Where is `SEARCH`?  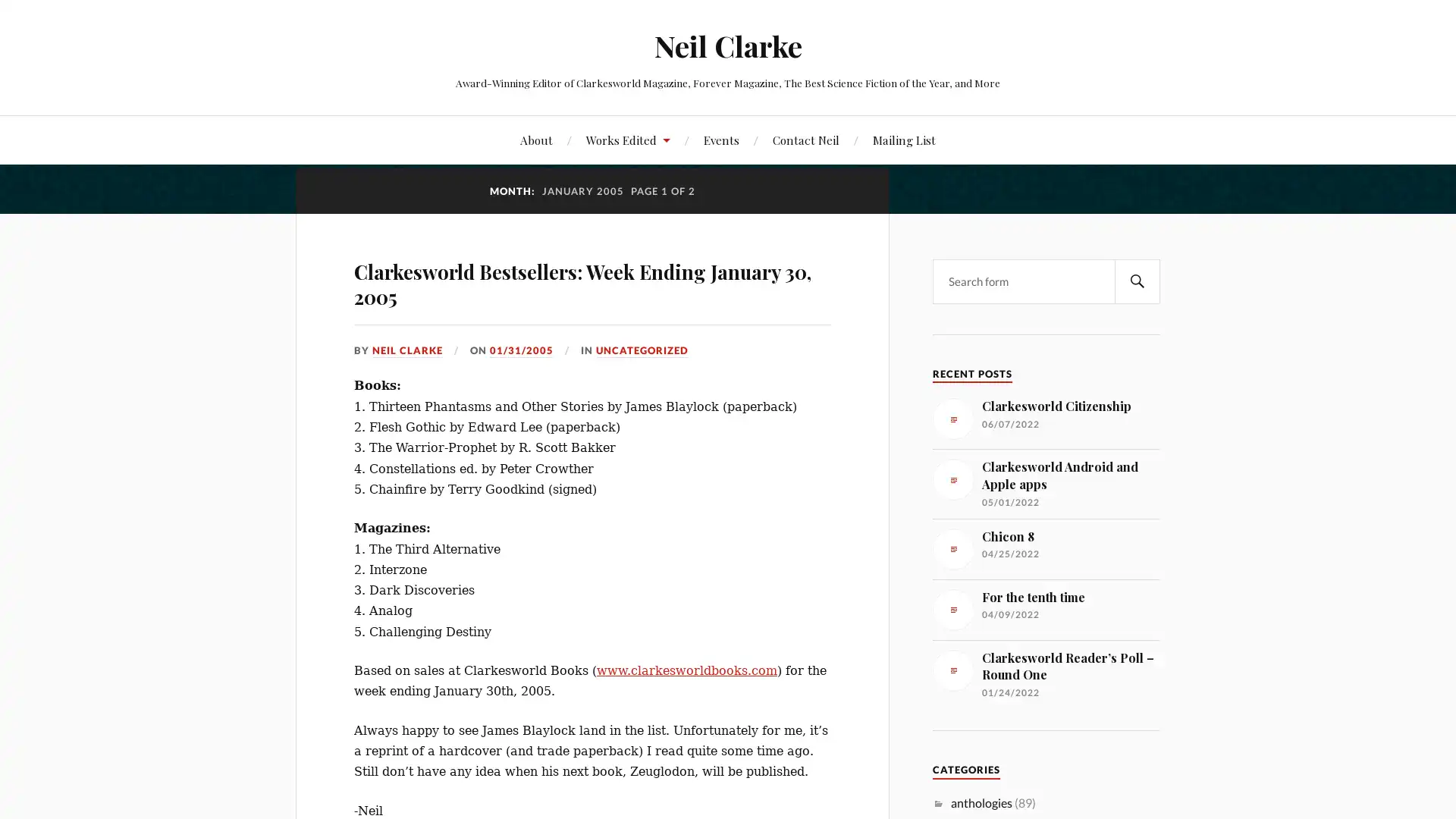 SEARCH is located at coordinates (1137, 281).